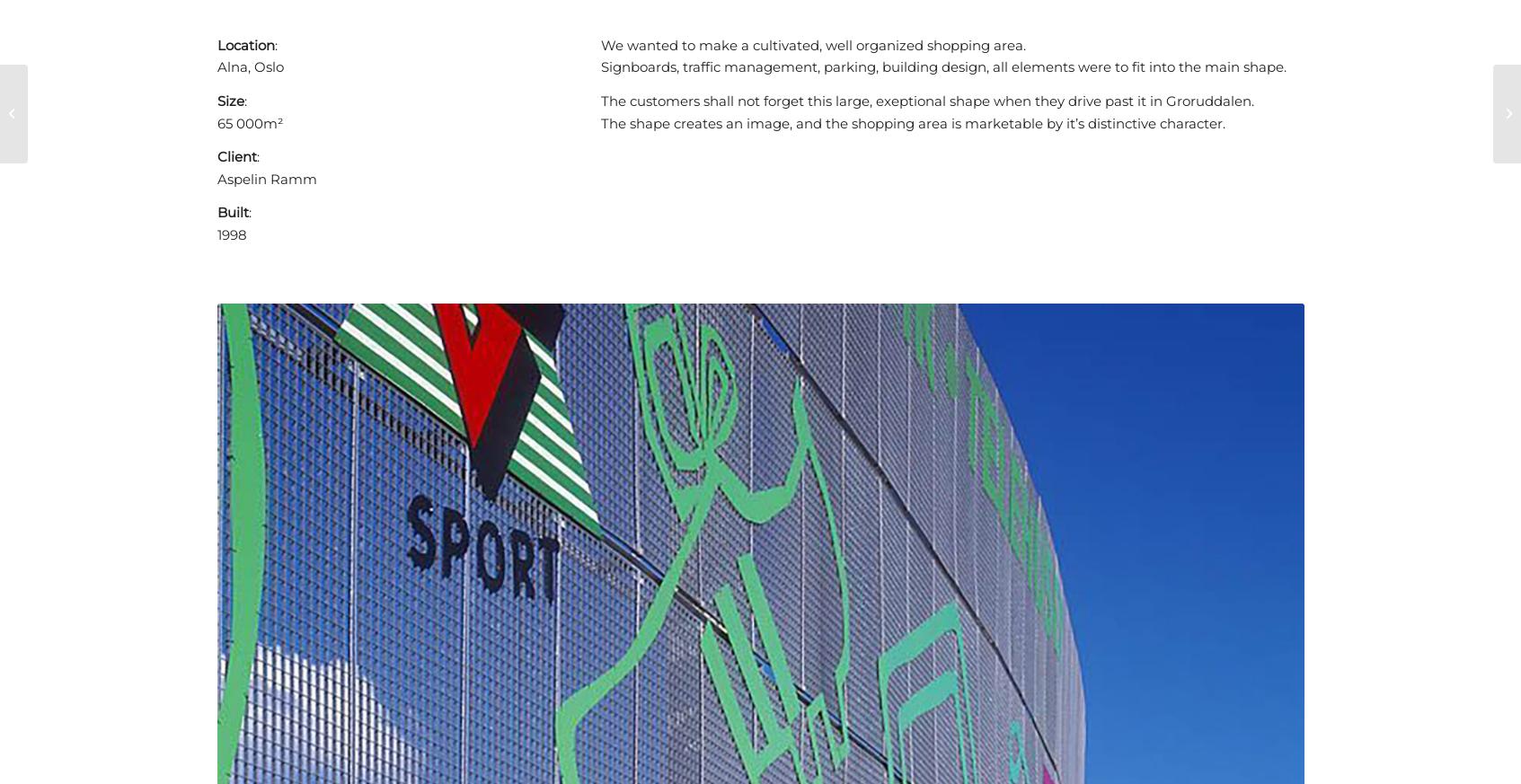 This screenshot has width=1521, height=784. Describe the element at coordinates (265, 177) in the screenshot. I see `'Aspelin Ramm'` at that location.